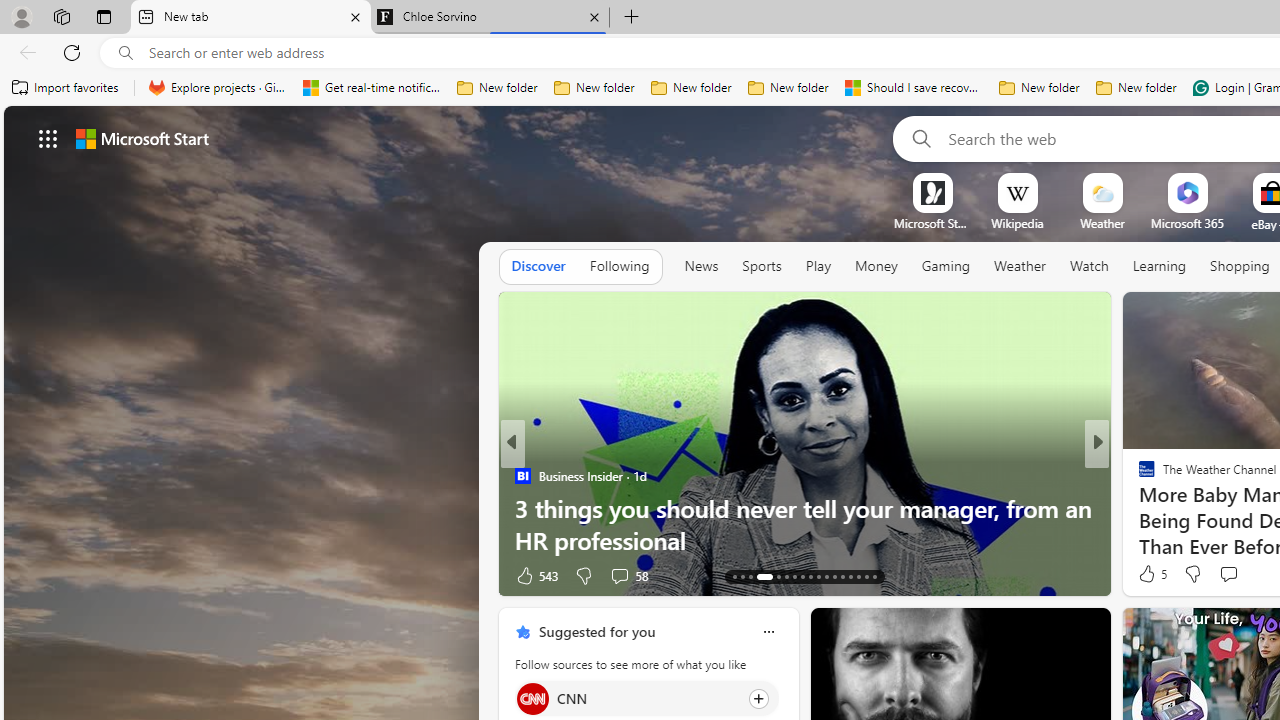 Image resolution: width=1280 pixels, height=720 pixels. I want to click on 'Learning', so click(1159, 265).